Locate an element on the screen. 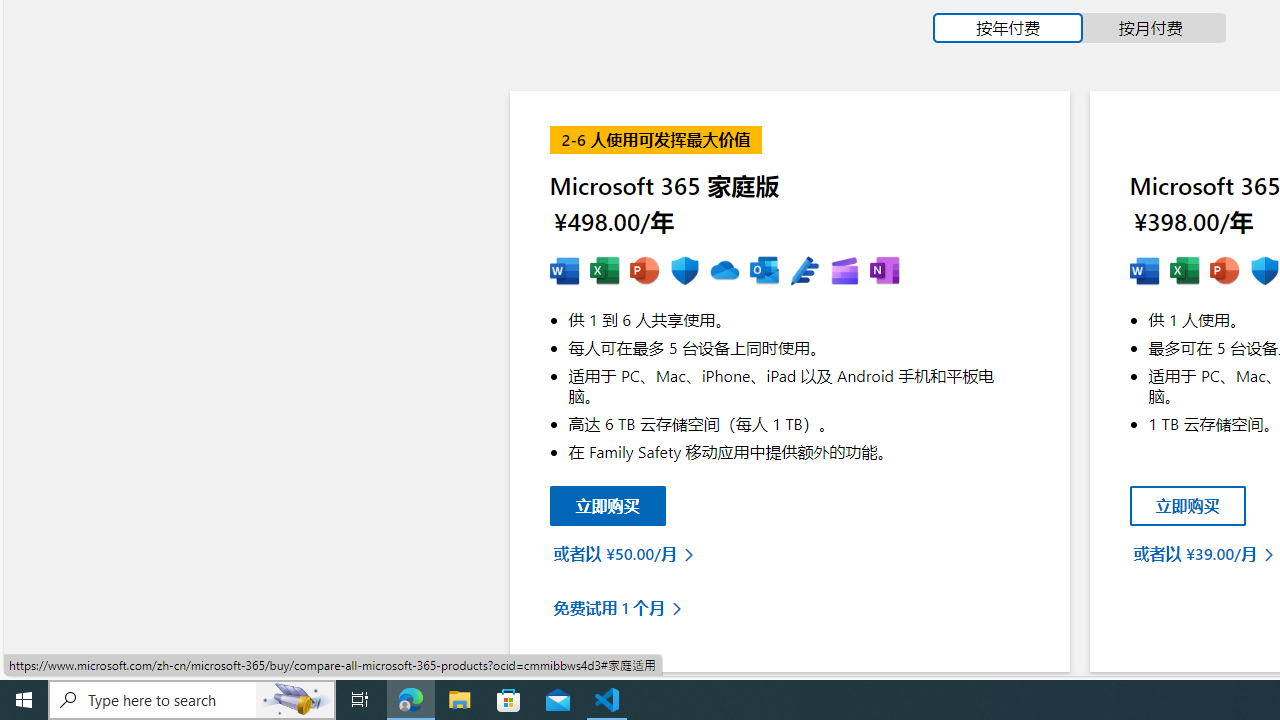 The width and height of the screenshot is (1280, 720). 'MS Clipchamp' is located at coordinates (844, 271).